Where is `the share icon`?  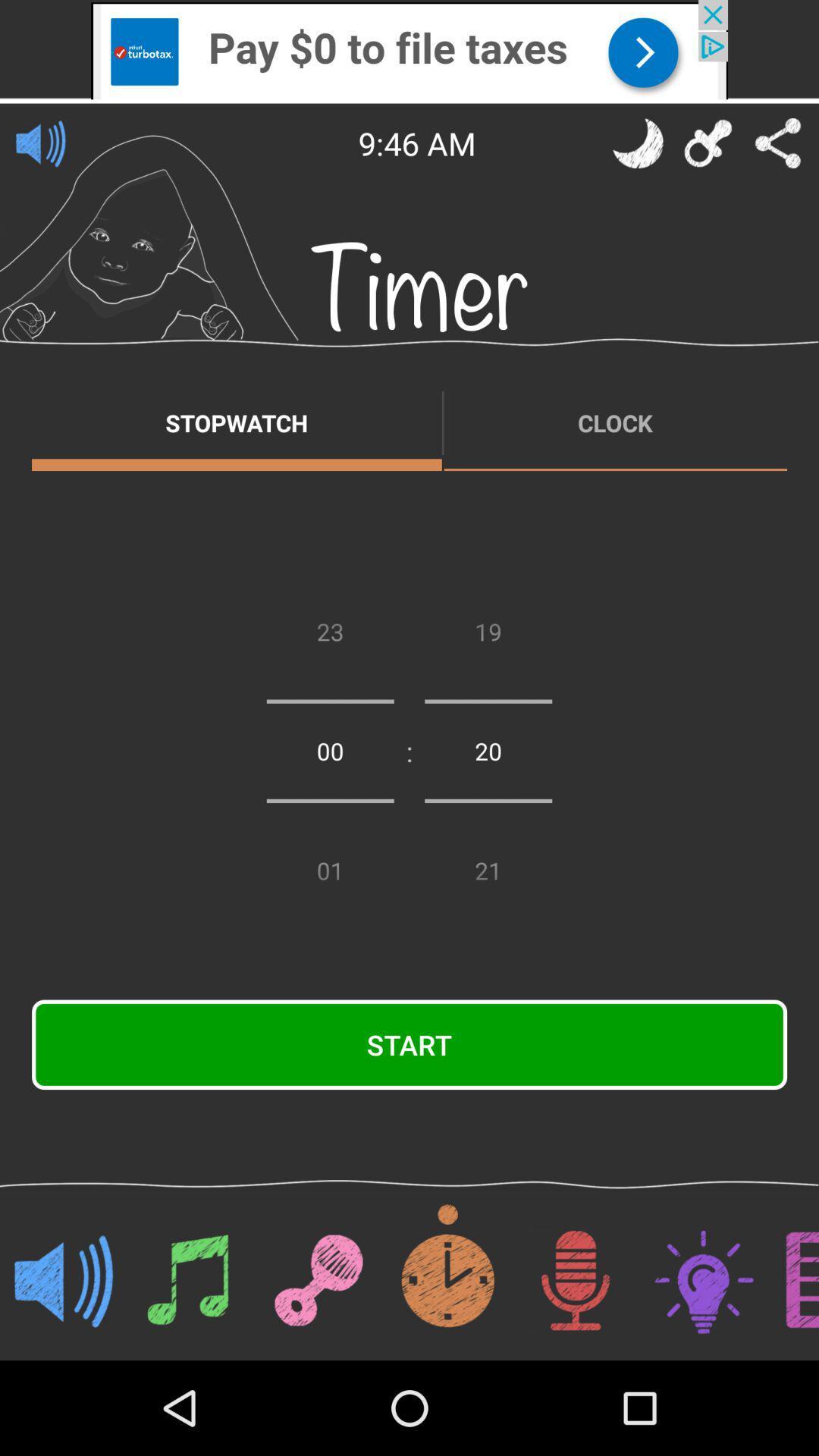
the share icon is located at coordinates (778, 143).